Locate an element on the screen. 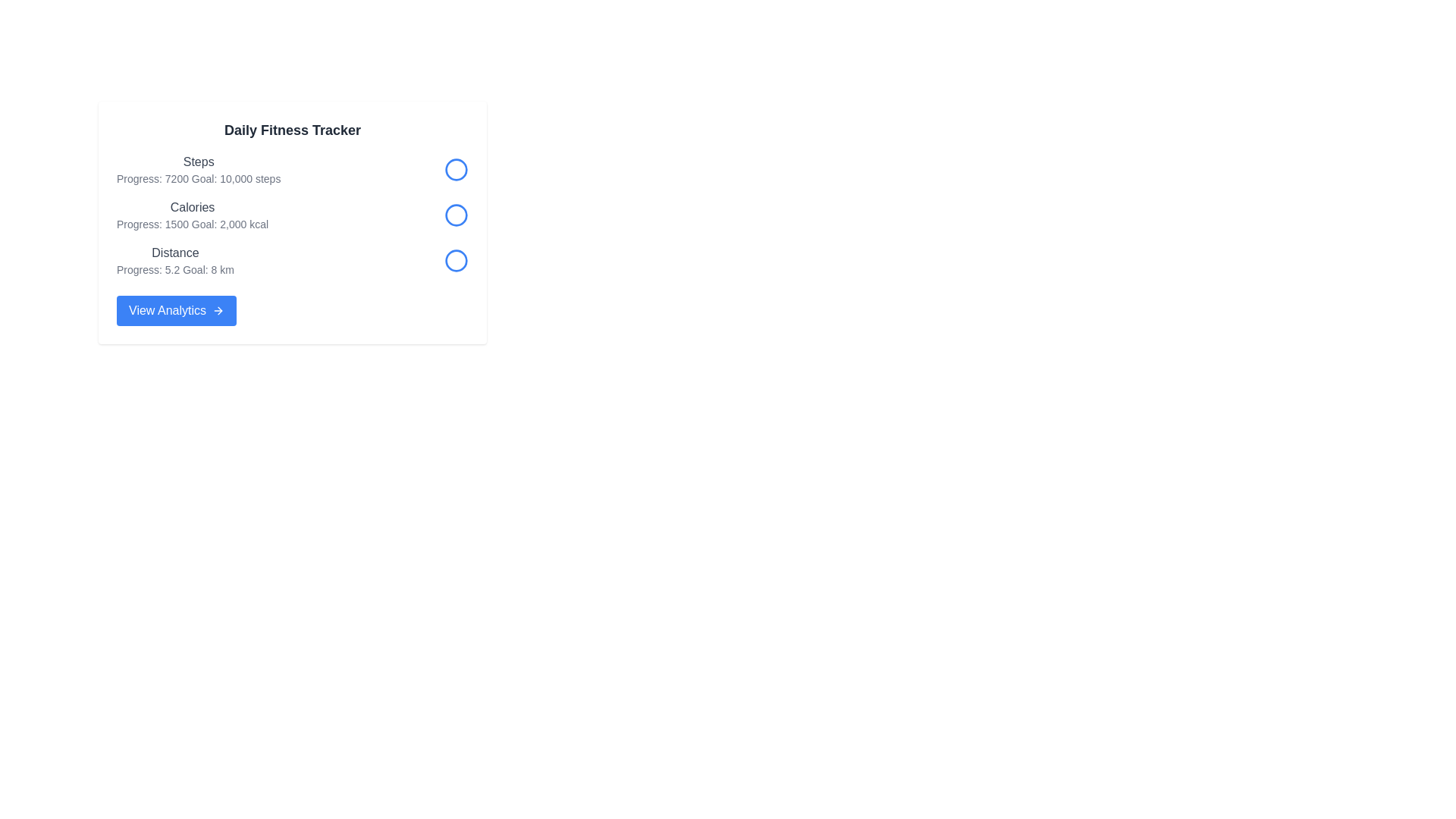 The height and width of the screenshot is (819, 1456). the button located at the bottom of the 'Daily Fitness Tracker' card is located at coordinates (176, 309).